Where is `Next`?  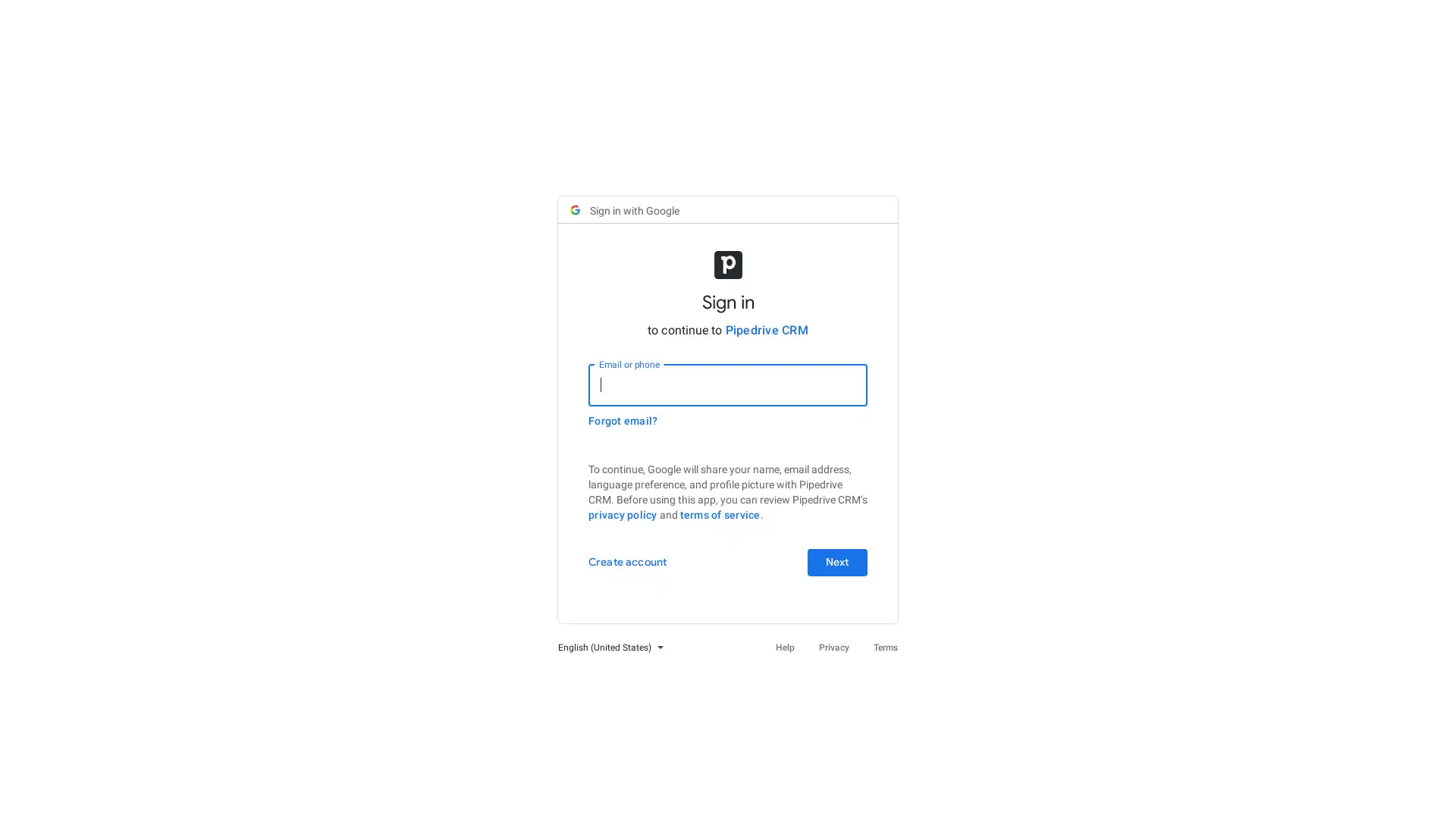
Next is located at coordinates (836, 561).